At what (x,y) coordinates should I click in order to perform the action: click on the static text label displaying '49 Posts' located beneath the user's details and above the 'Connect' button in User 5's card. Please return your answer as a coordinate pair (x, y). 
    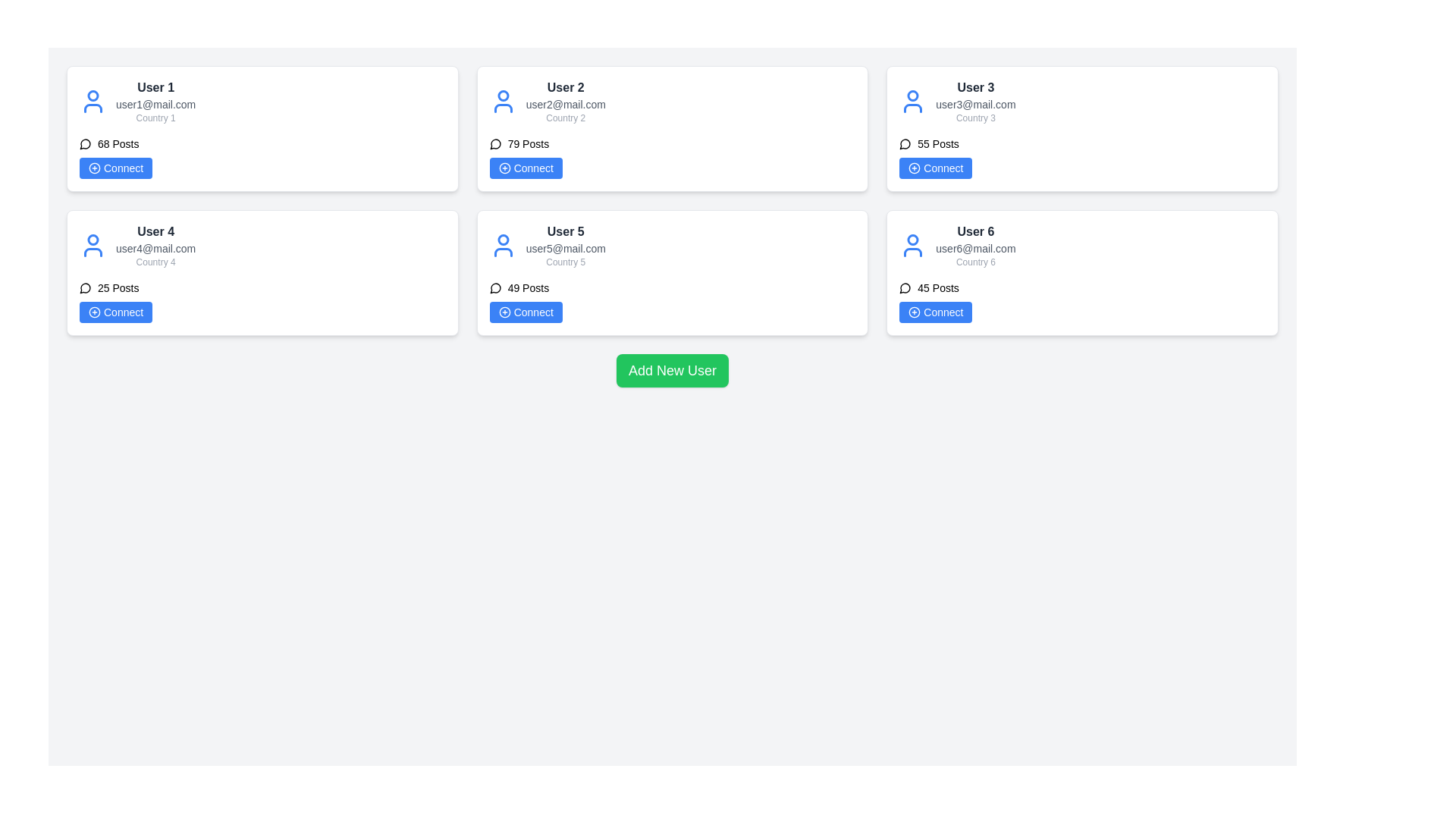
    Looking at the image, I should click on (528, 288).